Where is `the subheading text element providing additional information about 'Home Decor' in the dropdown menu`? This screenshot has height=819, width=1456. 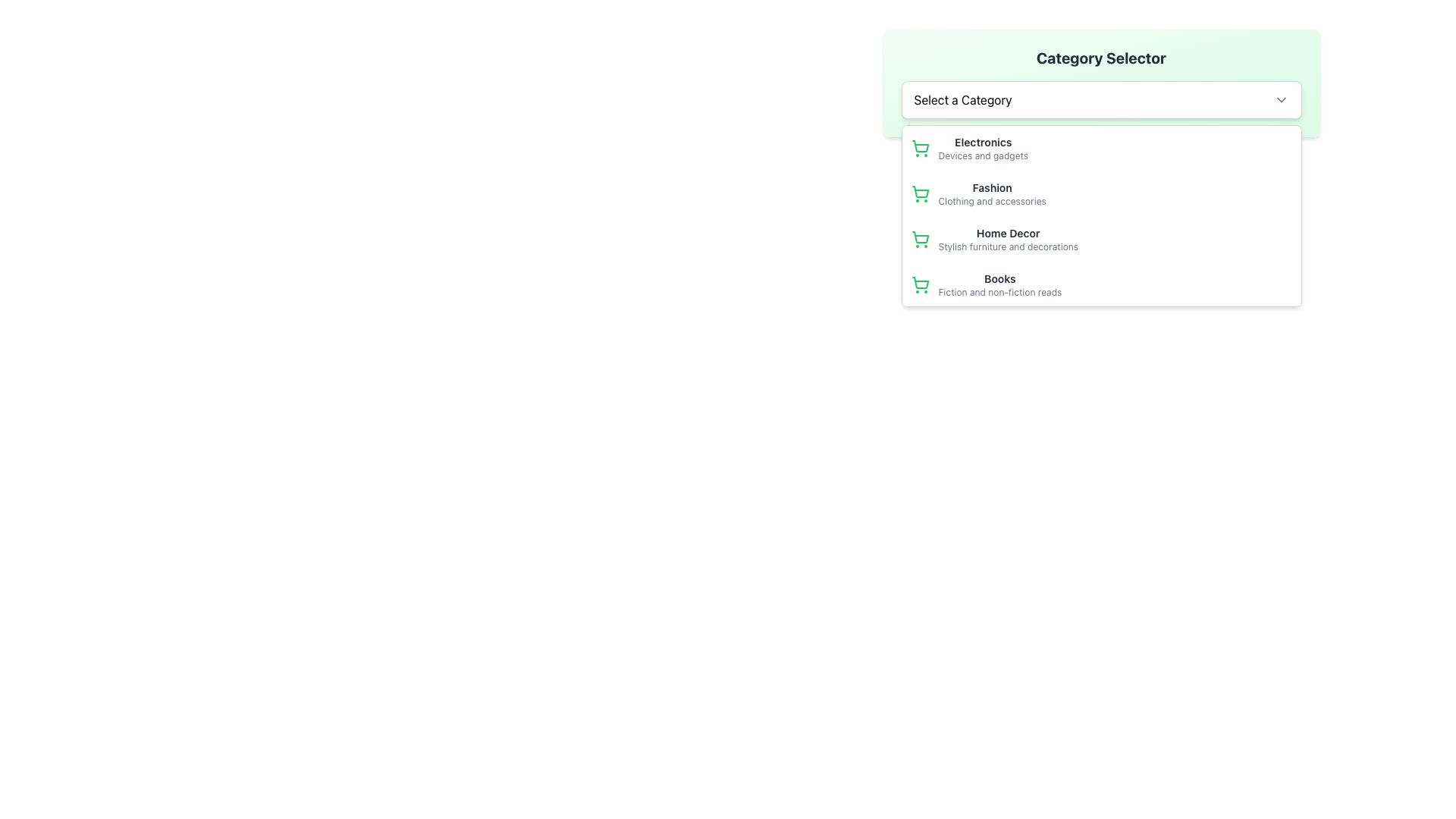
the subheading text element providing additional information about 'Home Decor' in the dropdown menu is located at coordinates (1008, 246).